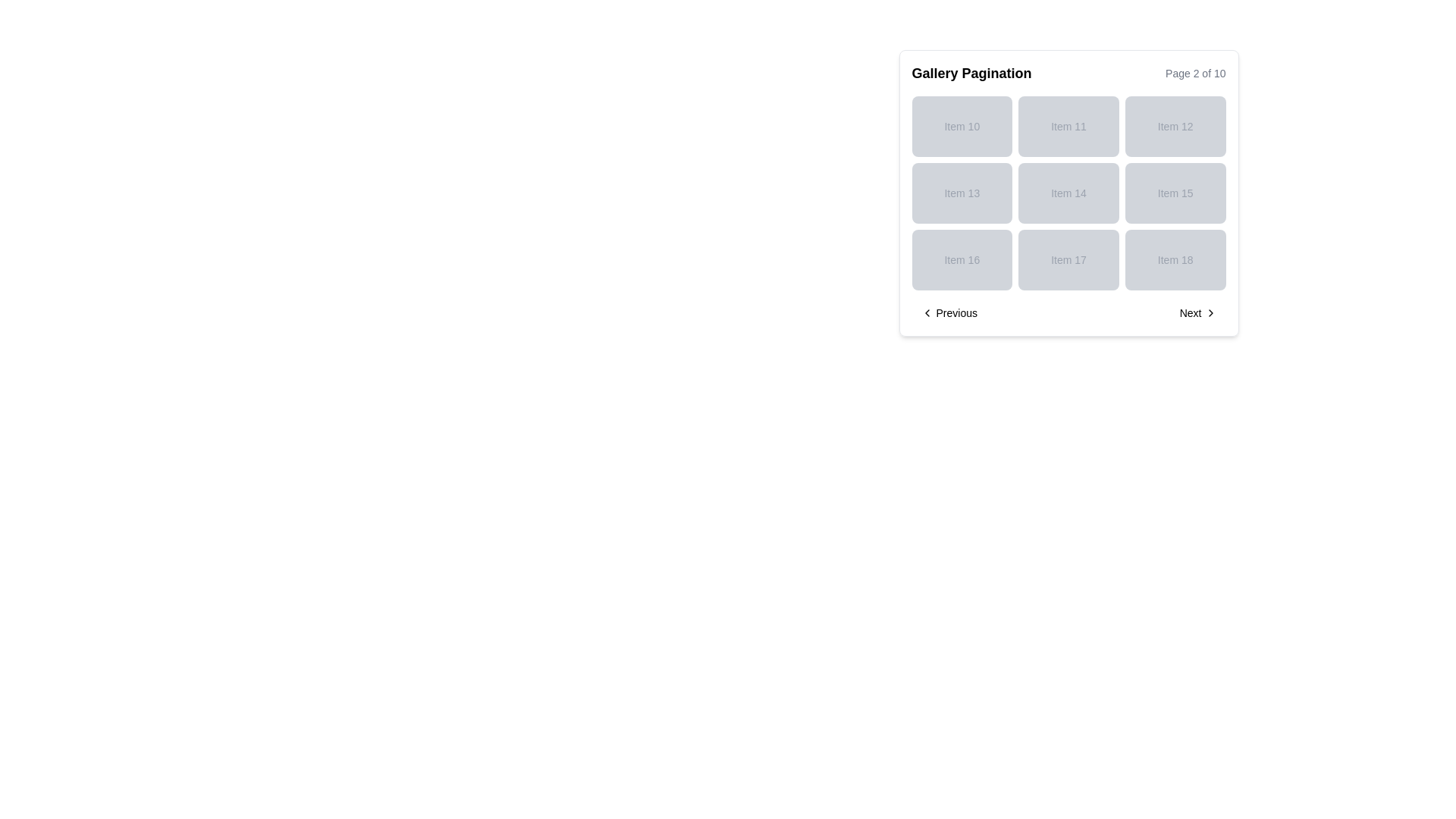 This screenshot has width=1456, height=819. Describe the element at coordinates (926, 312) in the screenshot. I see `the Chevron icon pointing left, which is located next to the 'Previous' label in the pagination navigation at the bottom-left corner` at that location.